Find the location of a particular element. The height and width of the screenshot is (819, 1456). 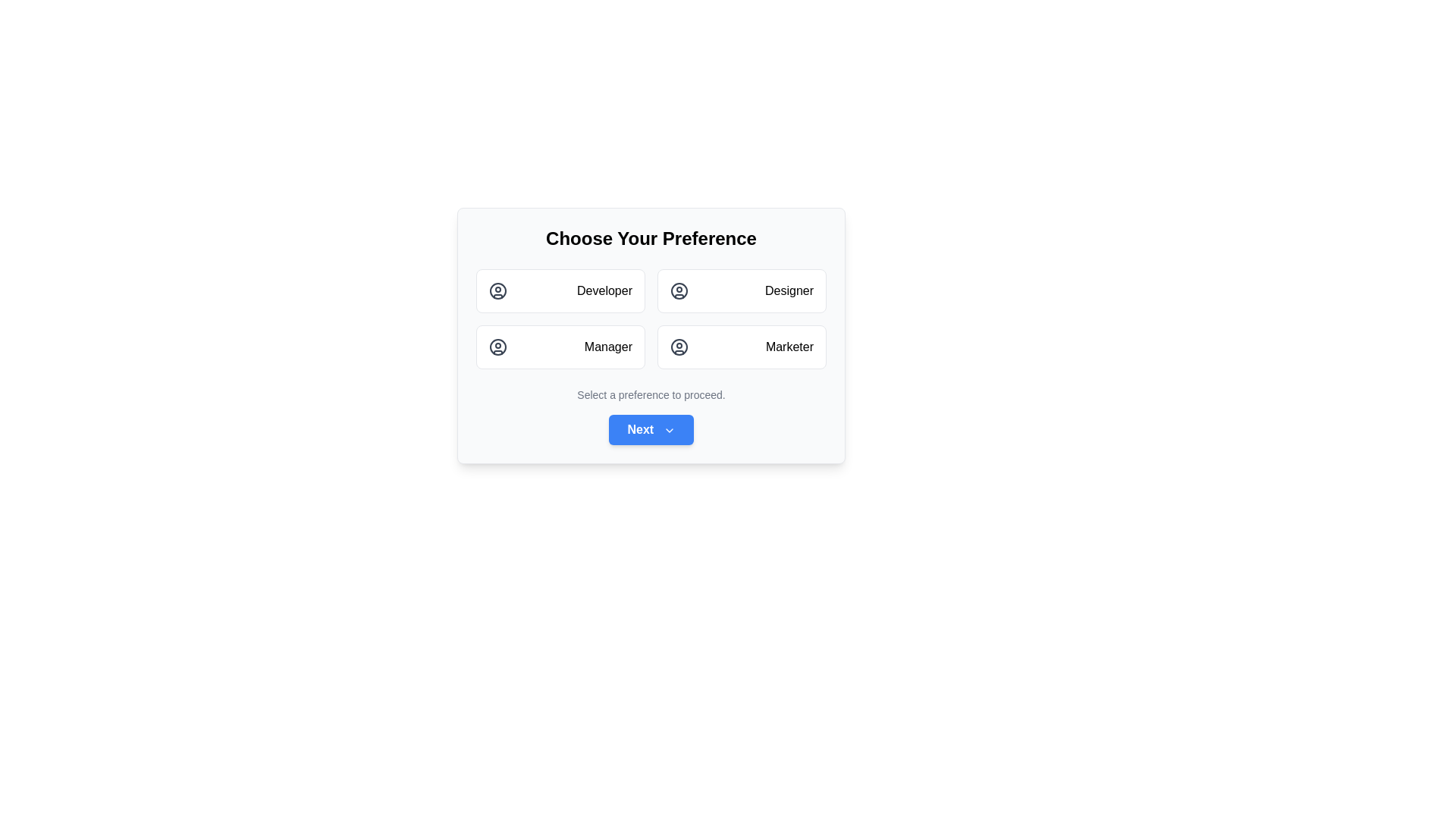

the user profile icon associated with the 'Marketer' option located within the clickable card at the bottom-right of the preference selection grid is located at coordinates (679, 347).